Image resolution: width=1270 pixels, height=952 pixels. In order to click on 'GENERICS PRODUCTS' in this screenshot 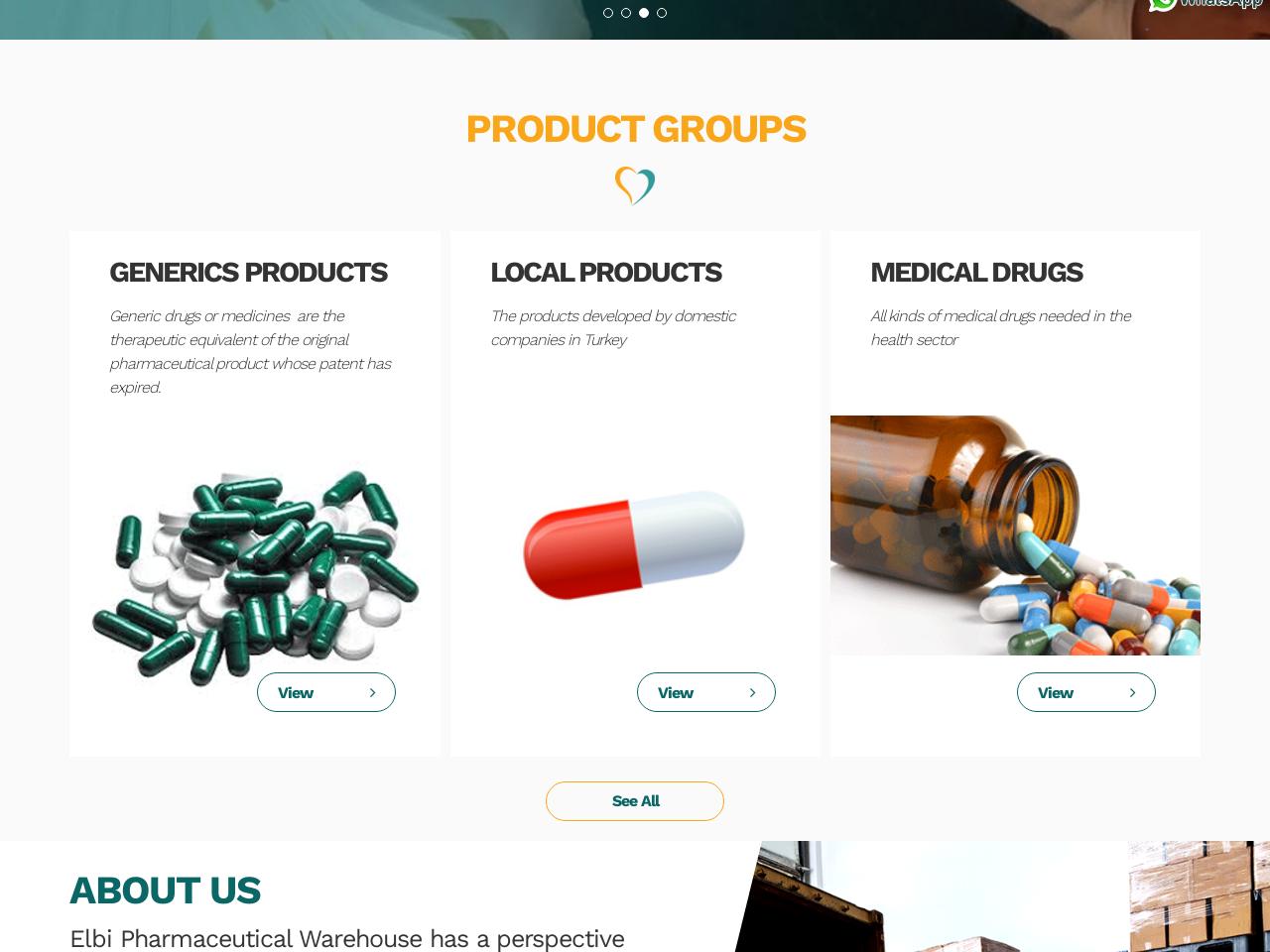, I will do `click(246, 270)`.